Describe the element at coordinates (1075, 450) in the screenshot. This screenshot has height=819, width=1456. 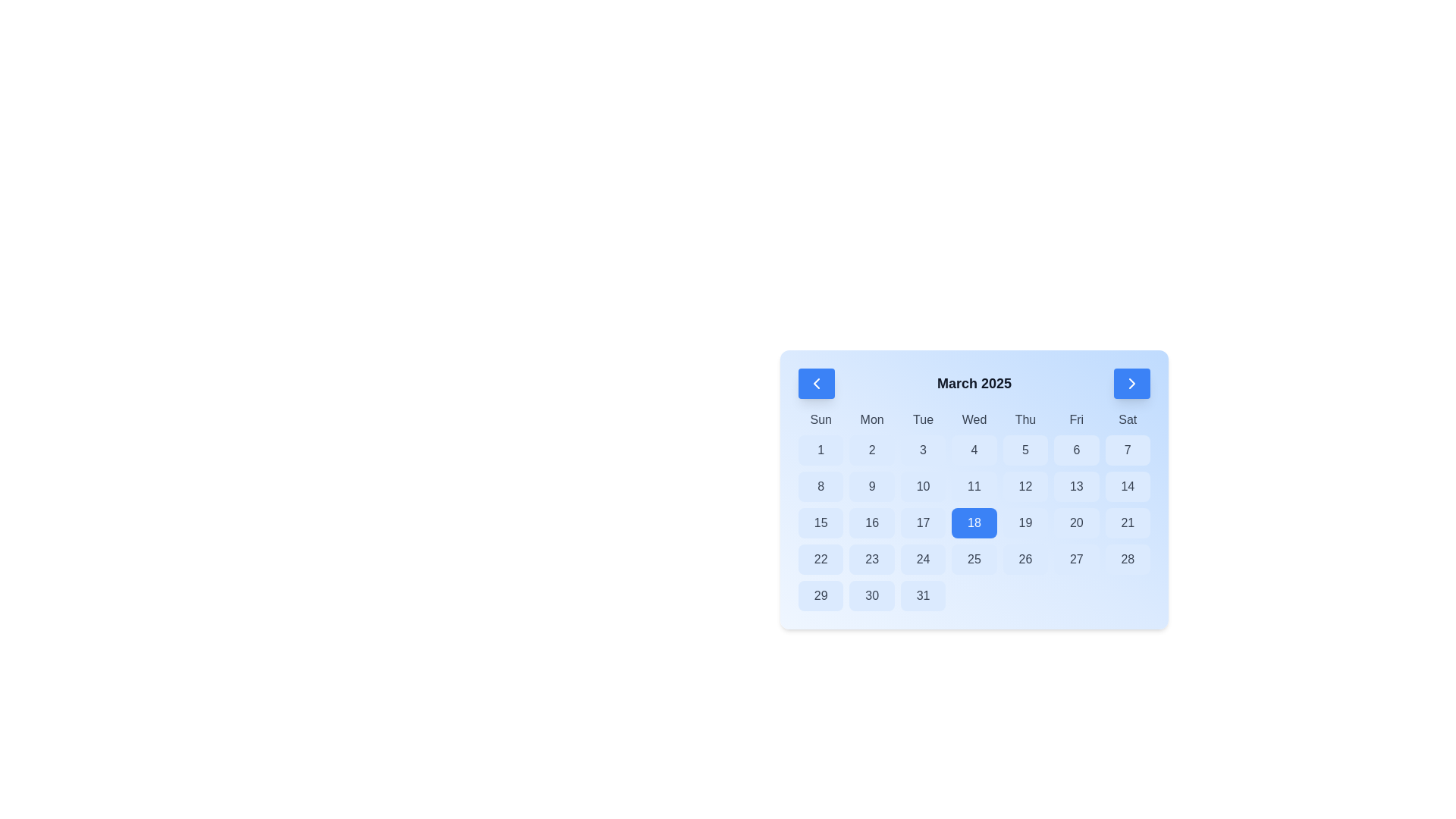
I see `the button representing the sixth day of the month in the date picker interface` at that location.